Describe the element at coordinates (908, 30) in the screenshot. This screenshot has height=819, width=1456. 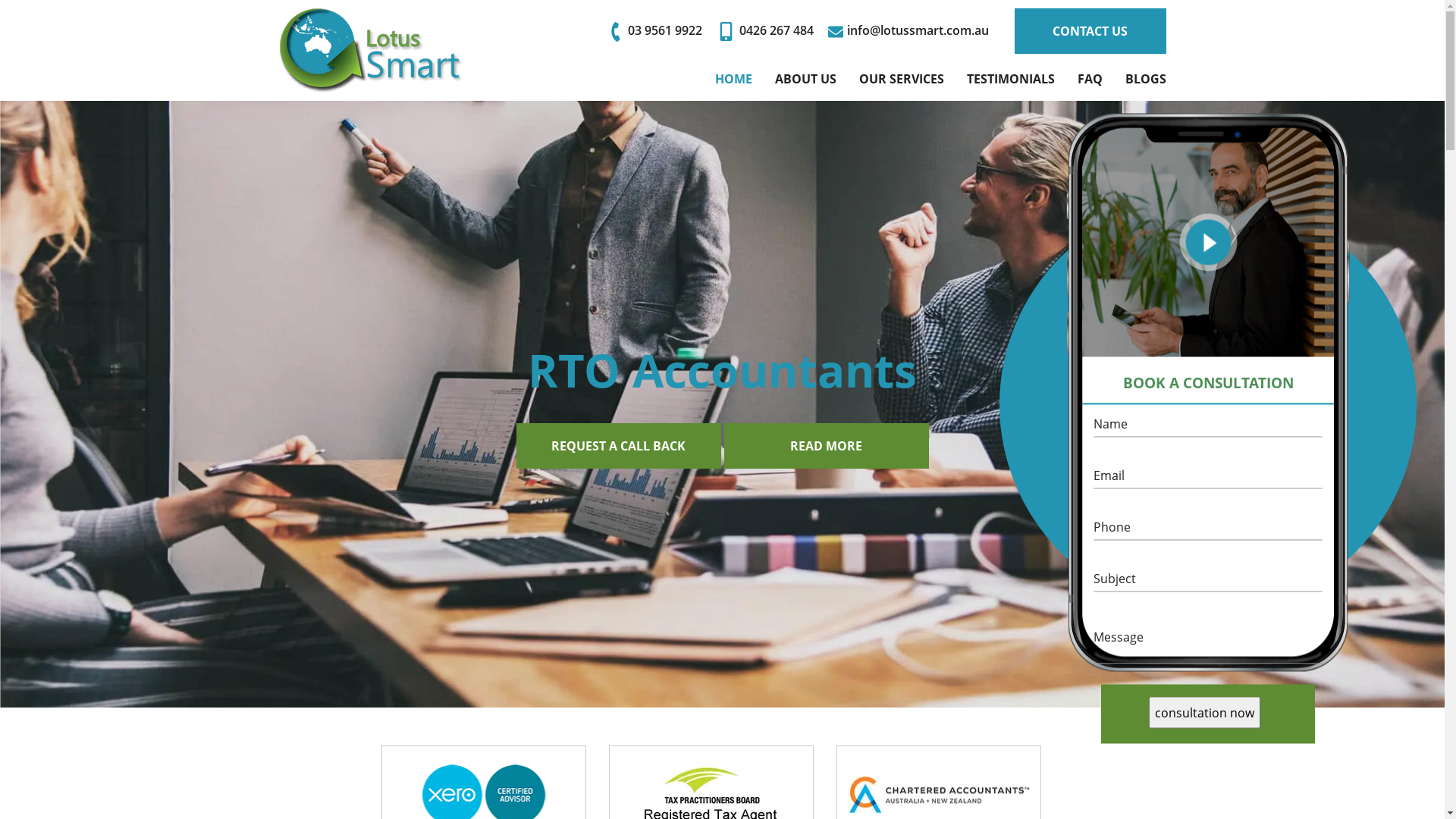
I see `'info@lotussmart.com.au'` at that location.